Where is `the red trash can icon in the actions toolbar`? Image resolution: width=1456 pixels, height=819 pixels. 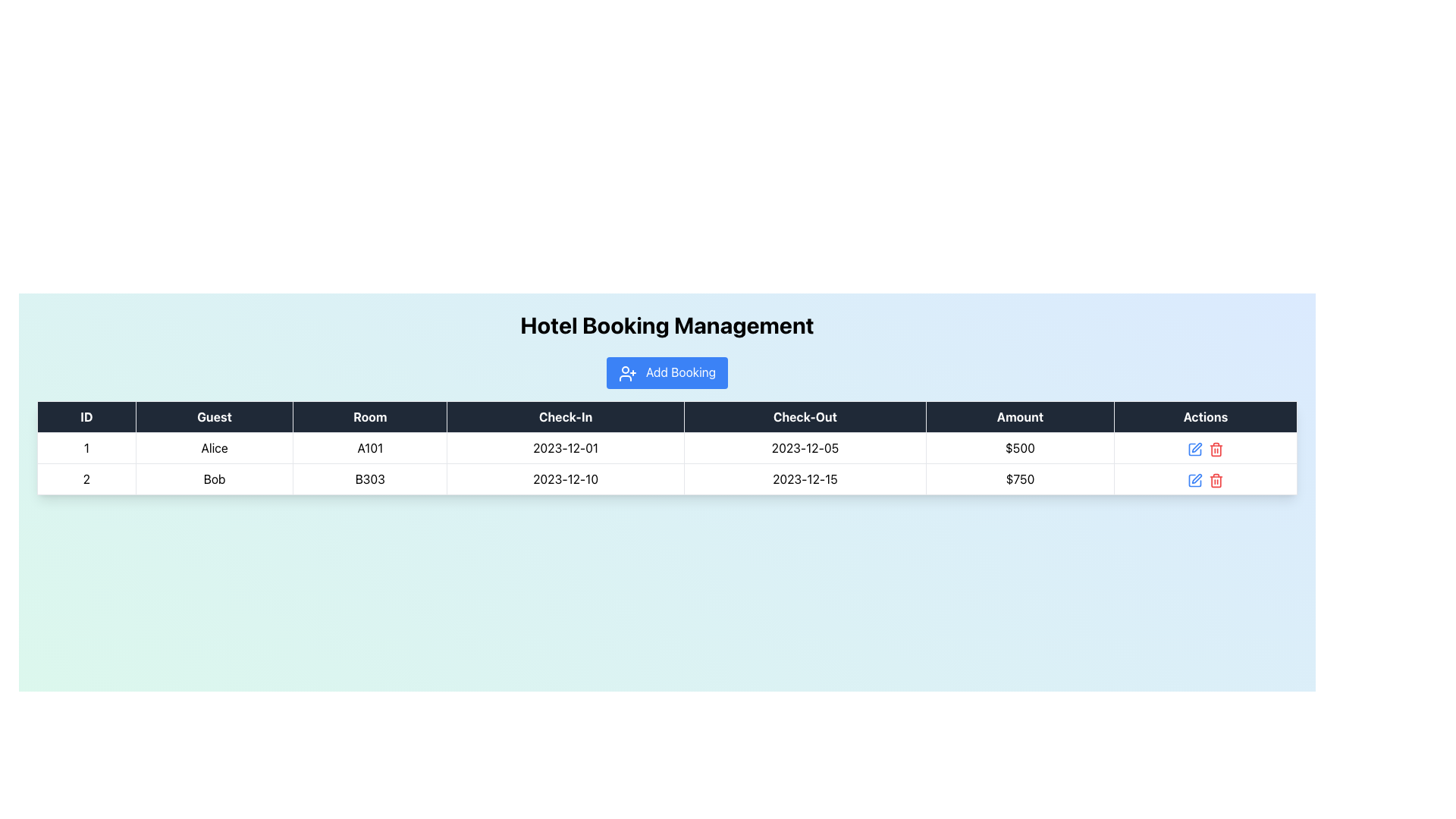
the red trash can icon in the actions toolbar is located at coordinates (1204, 447).